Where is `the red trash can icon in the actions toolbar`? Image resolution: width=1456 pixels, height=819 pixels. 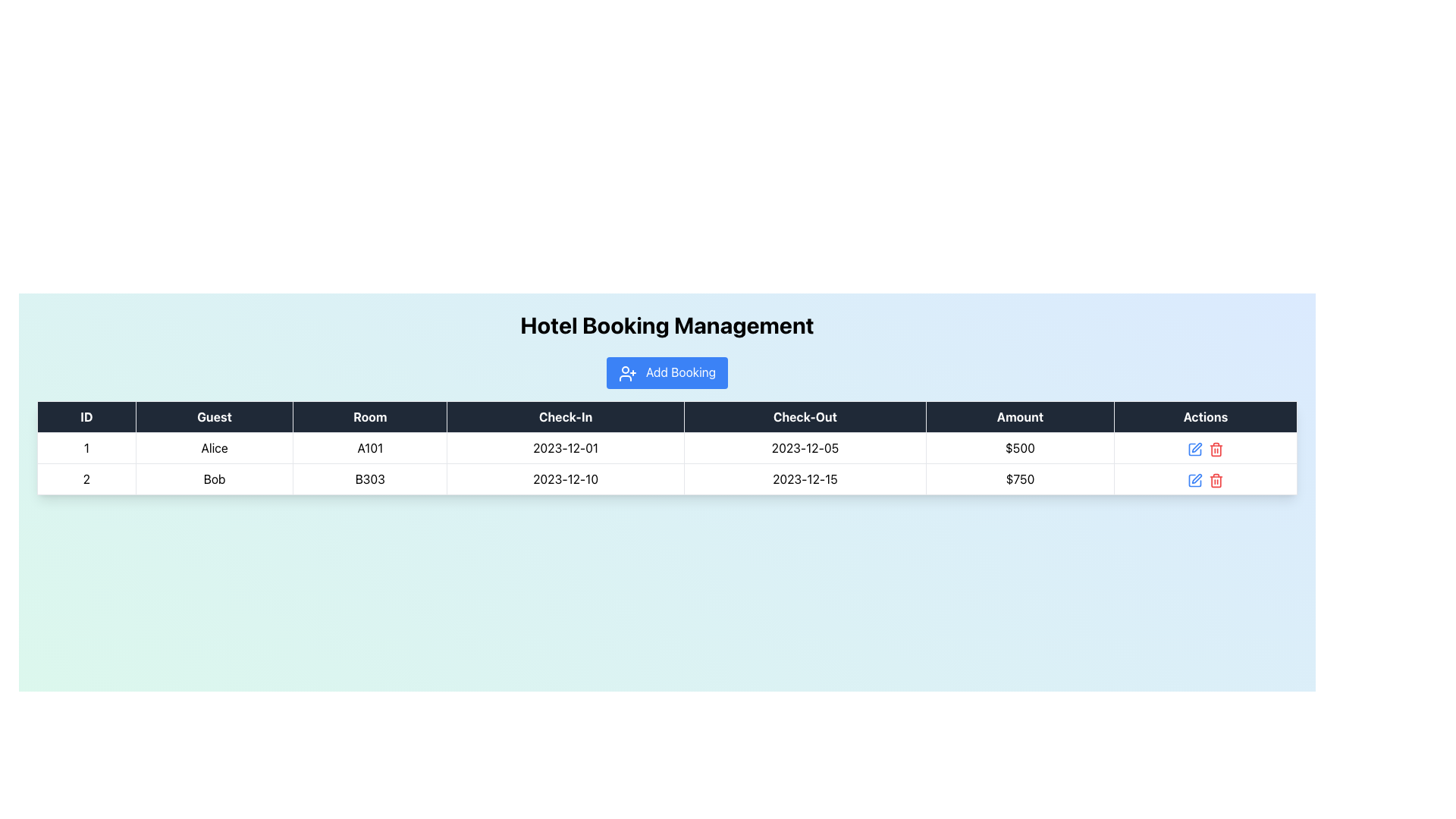
the red trash can icon in the actions toolbar is located at coordinates (1204, 447).